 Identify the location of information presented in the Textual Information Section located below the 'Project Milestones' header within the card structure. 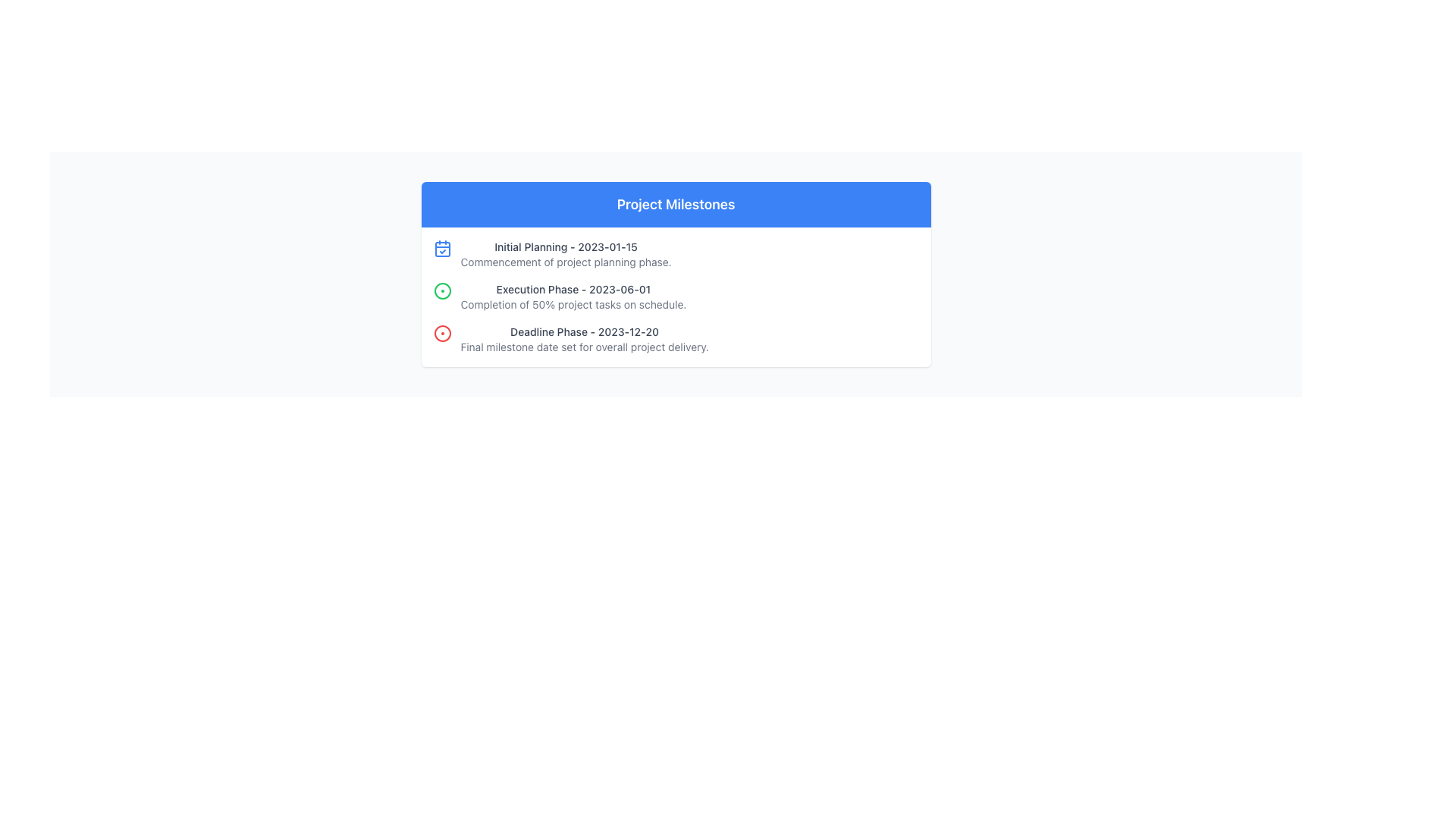
(675, 297).